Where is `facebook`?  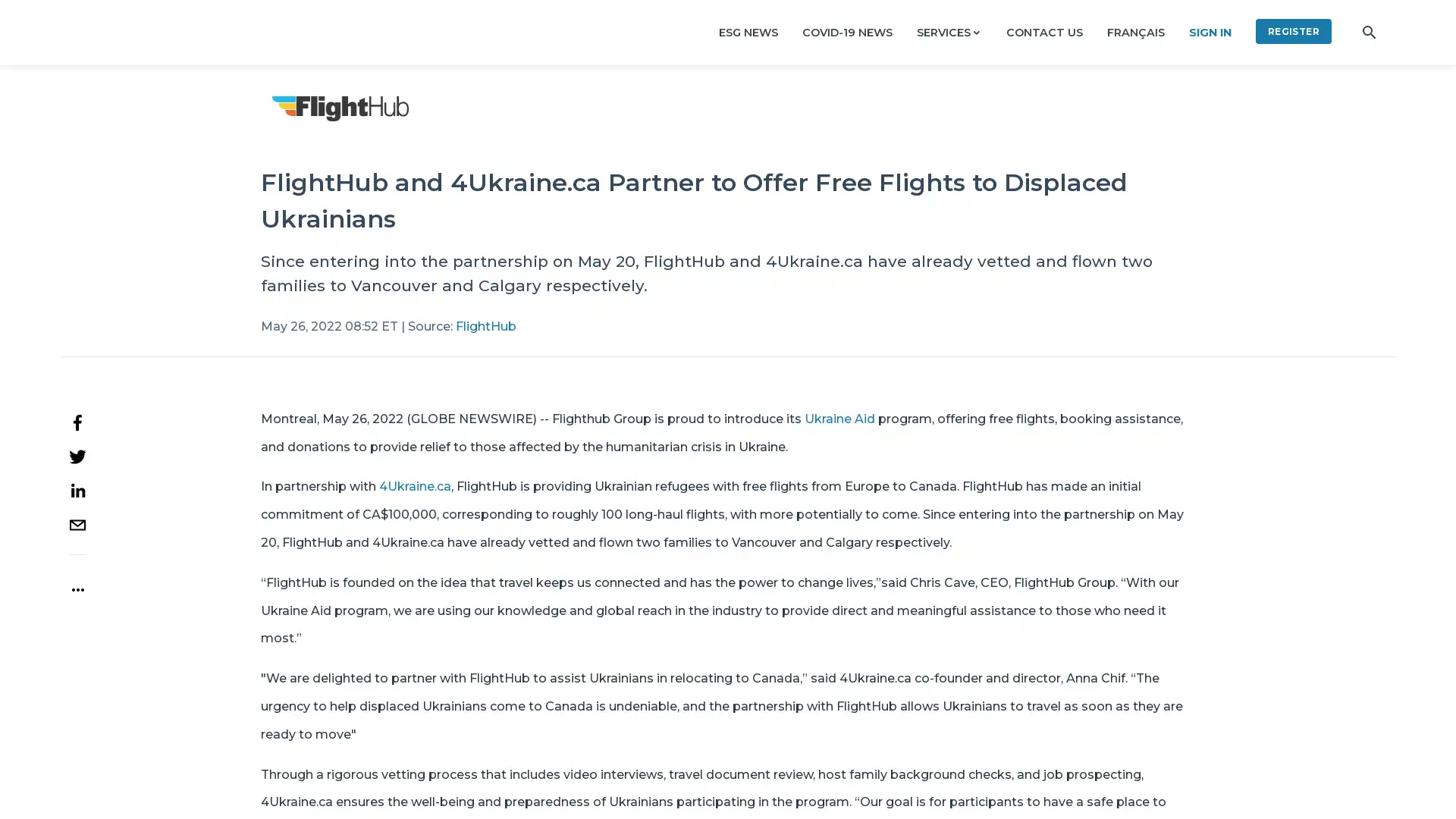 facebook is located at coordinates (77, 422).